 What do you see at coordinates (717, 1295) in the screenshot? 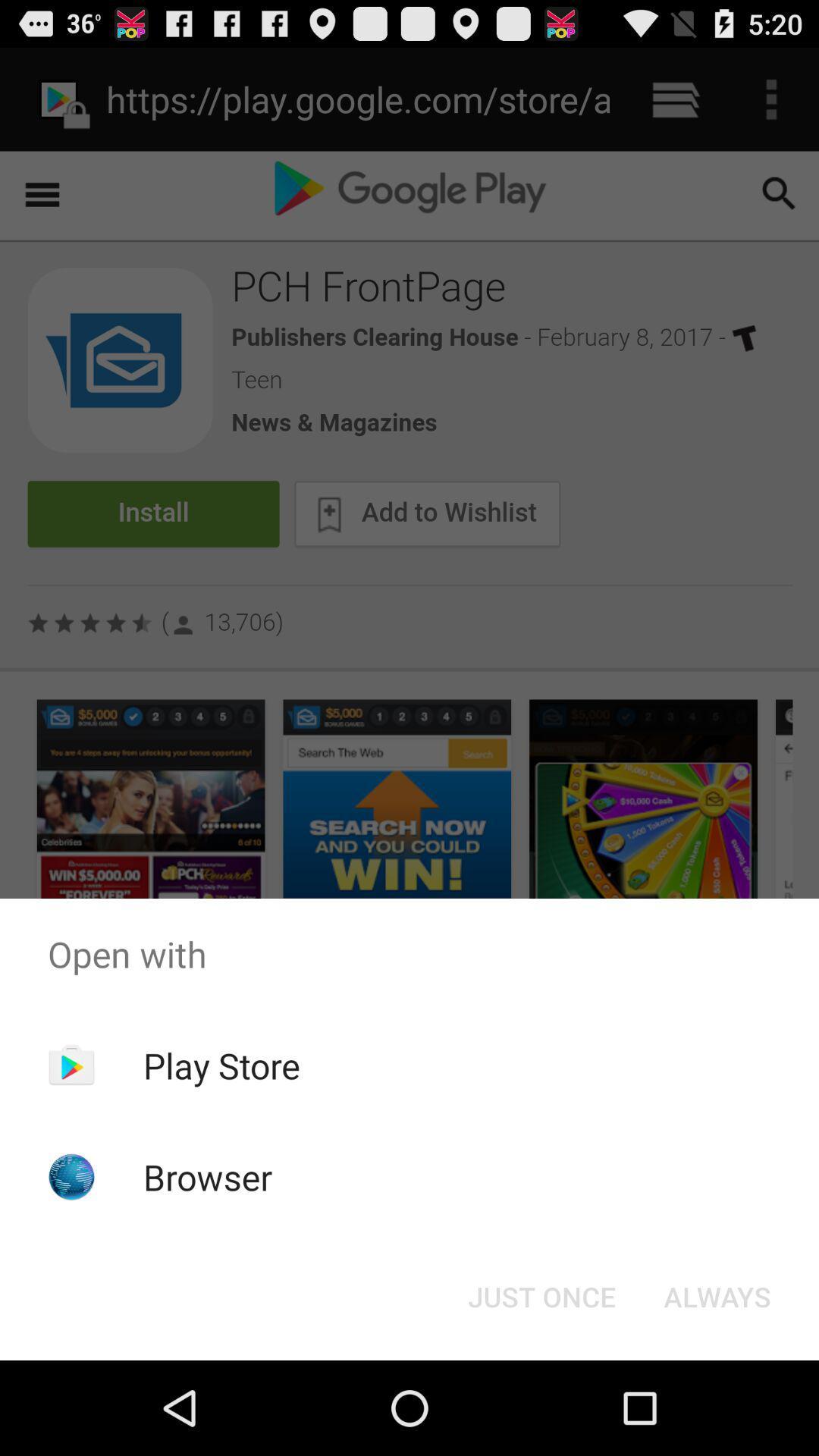
I see `icon to the right of the just once button` at bounding box center [717, 1295].